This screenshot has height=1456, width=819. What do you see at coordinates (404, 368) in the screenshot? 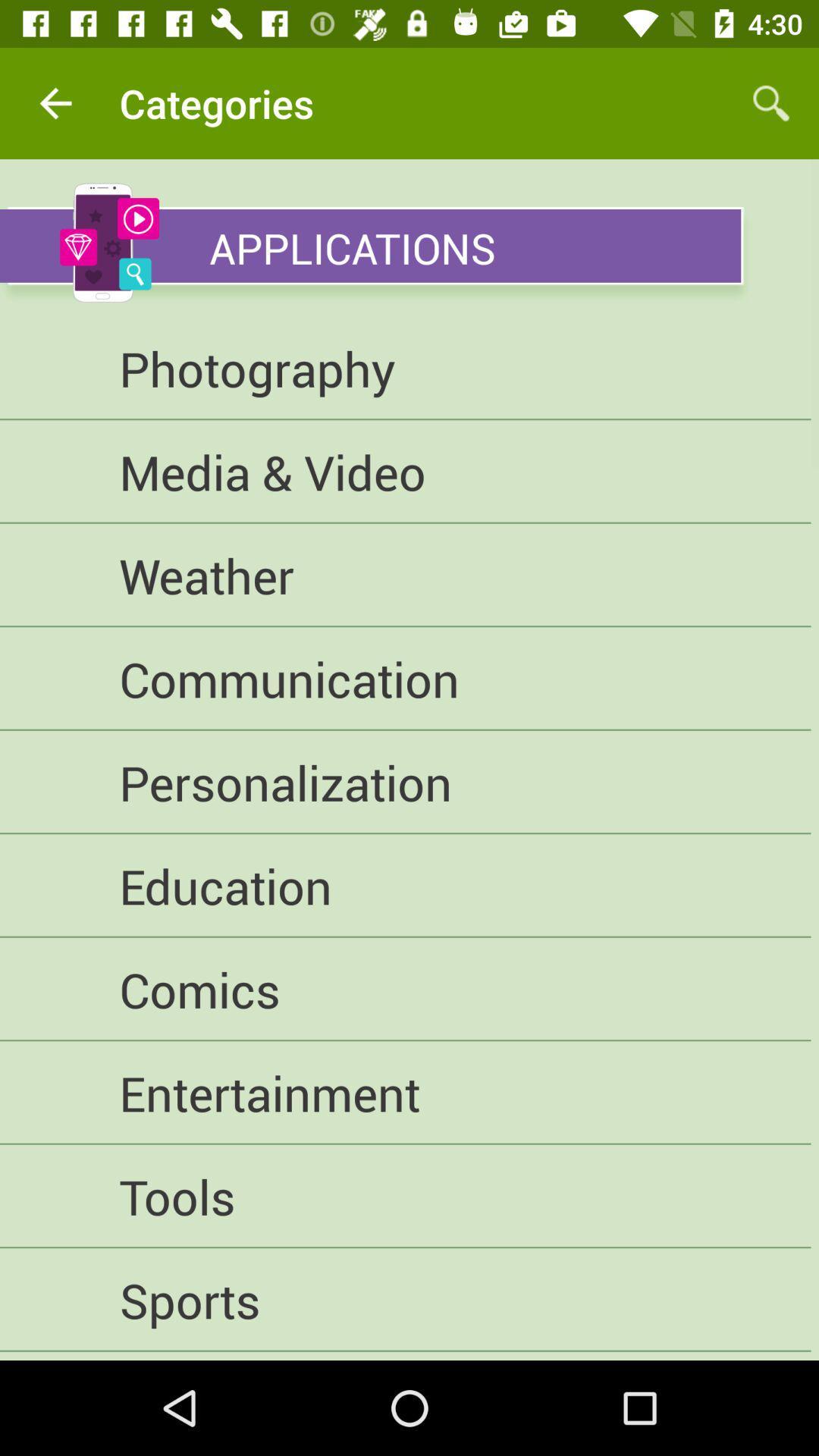
I see `the icon above the media & video` at bounding box center [404, 368].